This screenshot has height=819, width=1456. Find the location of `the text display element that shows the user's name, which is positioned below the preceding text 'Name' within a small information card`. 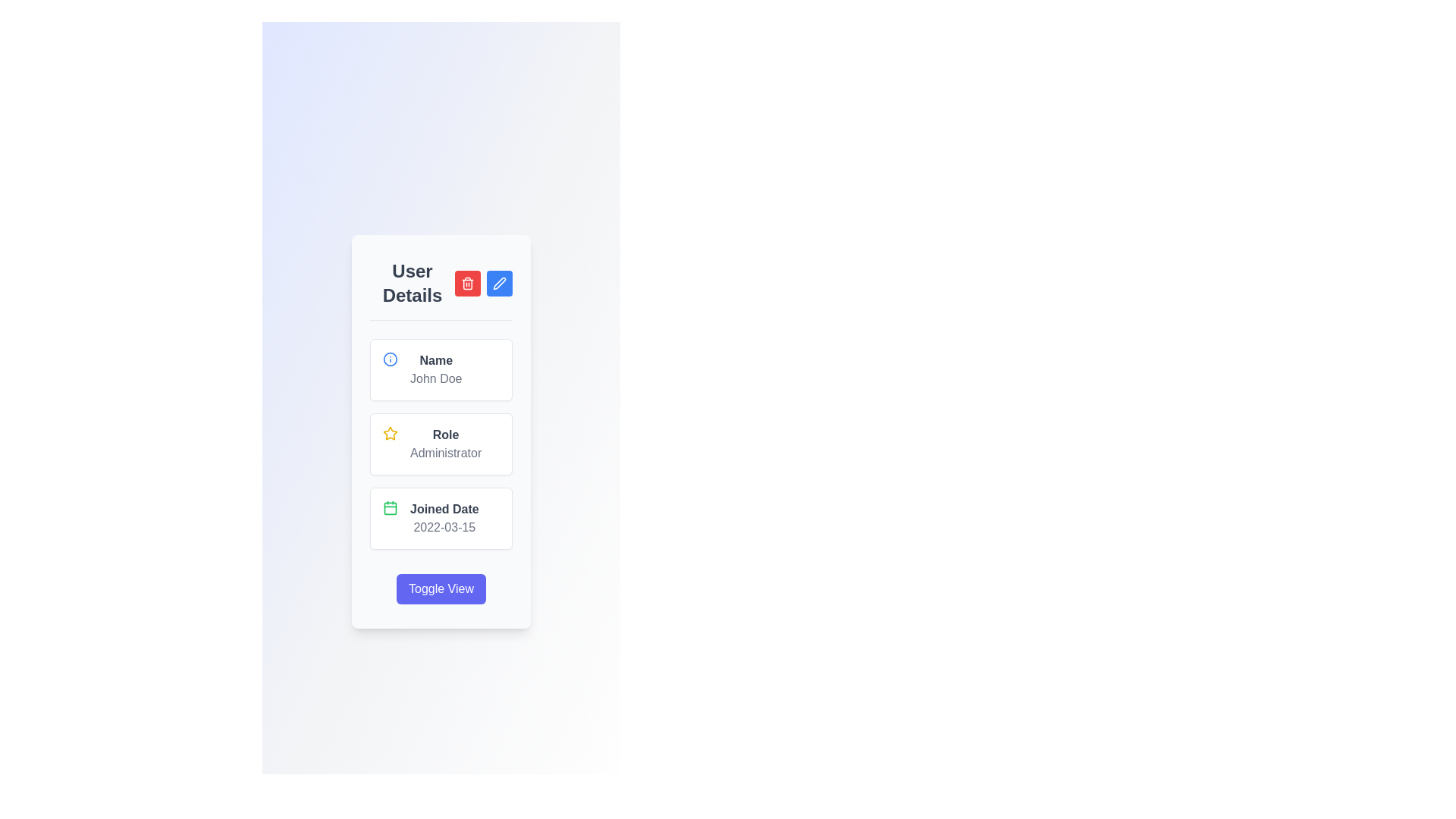

the text display element that shows the user's name, which is positioned below the preceding text 'Name' within a small information card is located at coordinates (435, 378).